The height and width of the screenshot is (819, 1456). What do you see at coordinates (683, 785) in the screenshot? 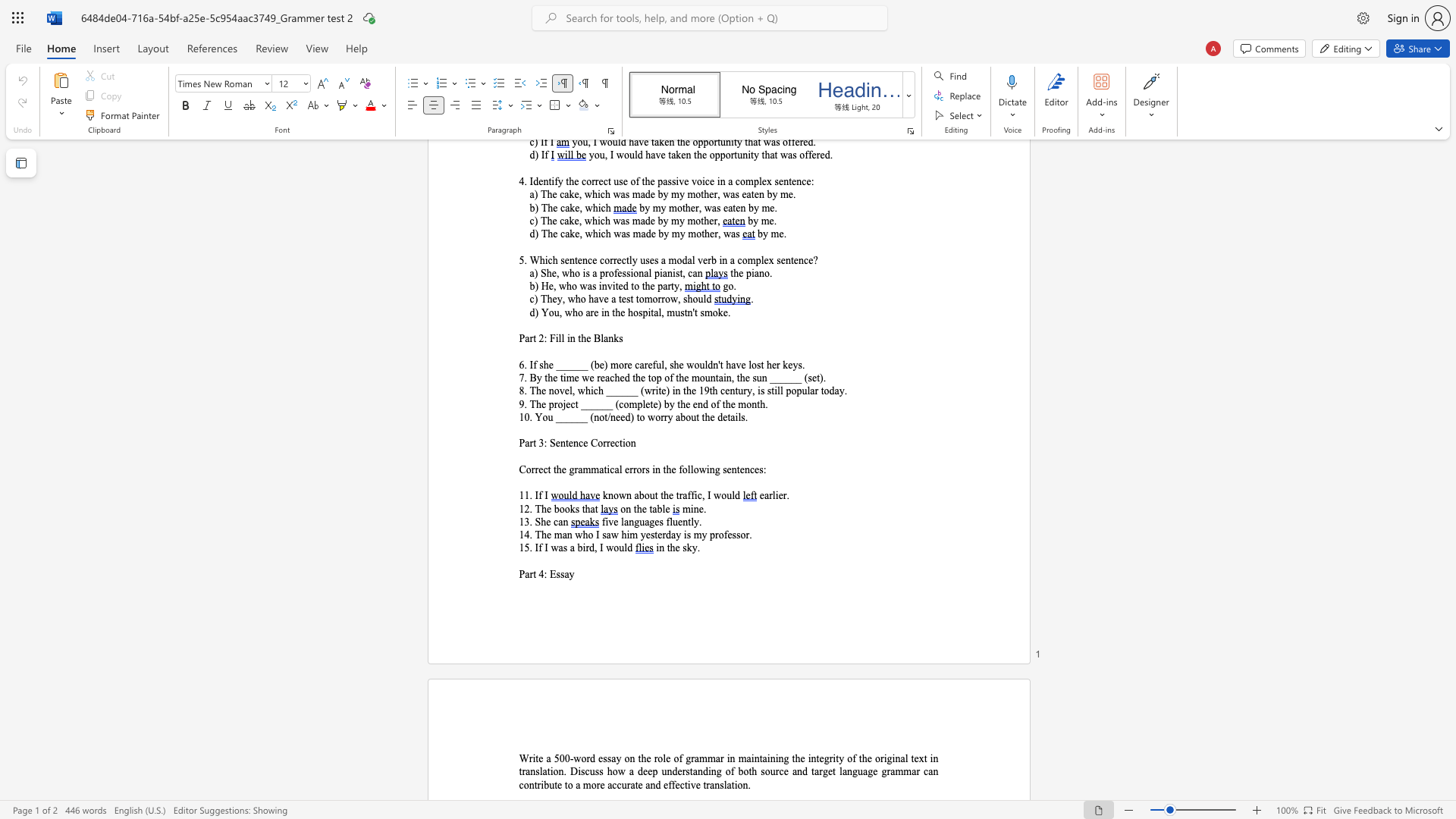
I see `the subset text "tive tra" within the text "and effective translation."` at bounding box center [683, 785].